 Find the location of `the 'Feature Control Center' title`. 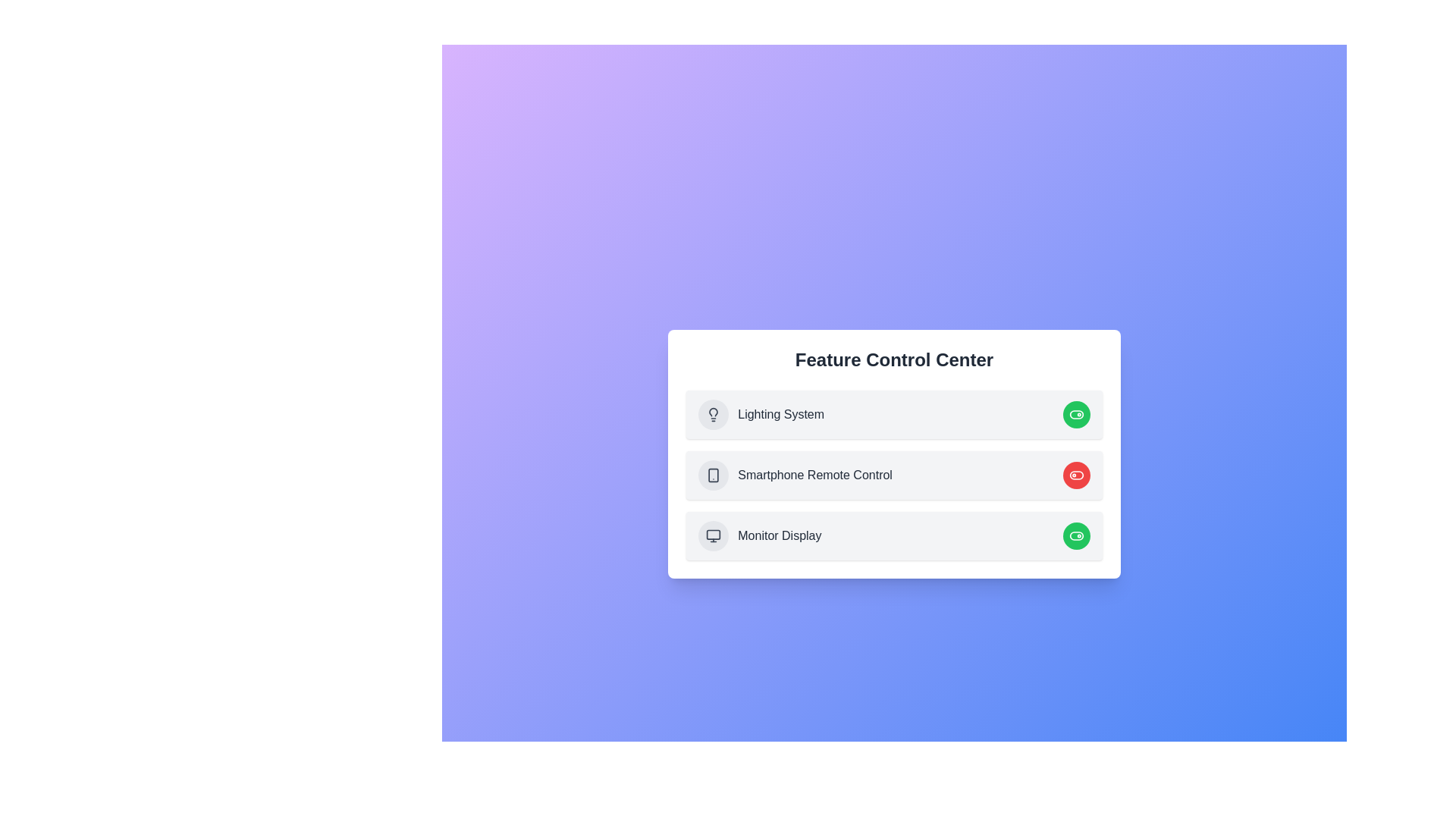

the 'Feature Control Center' title is located at coordinates (894, 359).